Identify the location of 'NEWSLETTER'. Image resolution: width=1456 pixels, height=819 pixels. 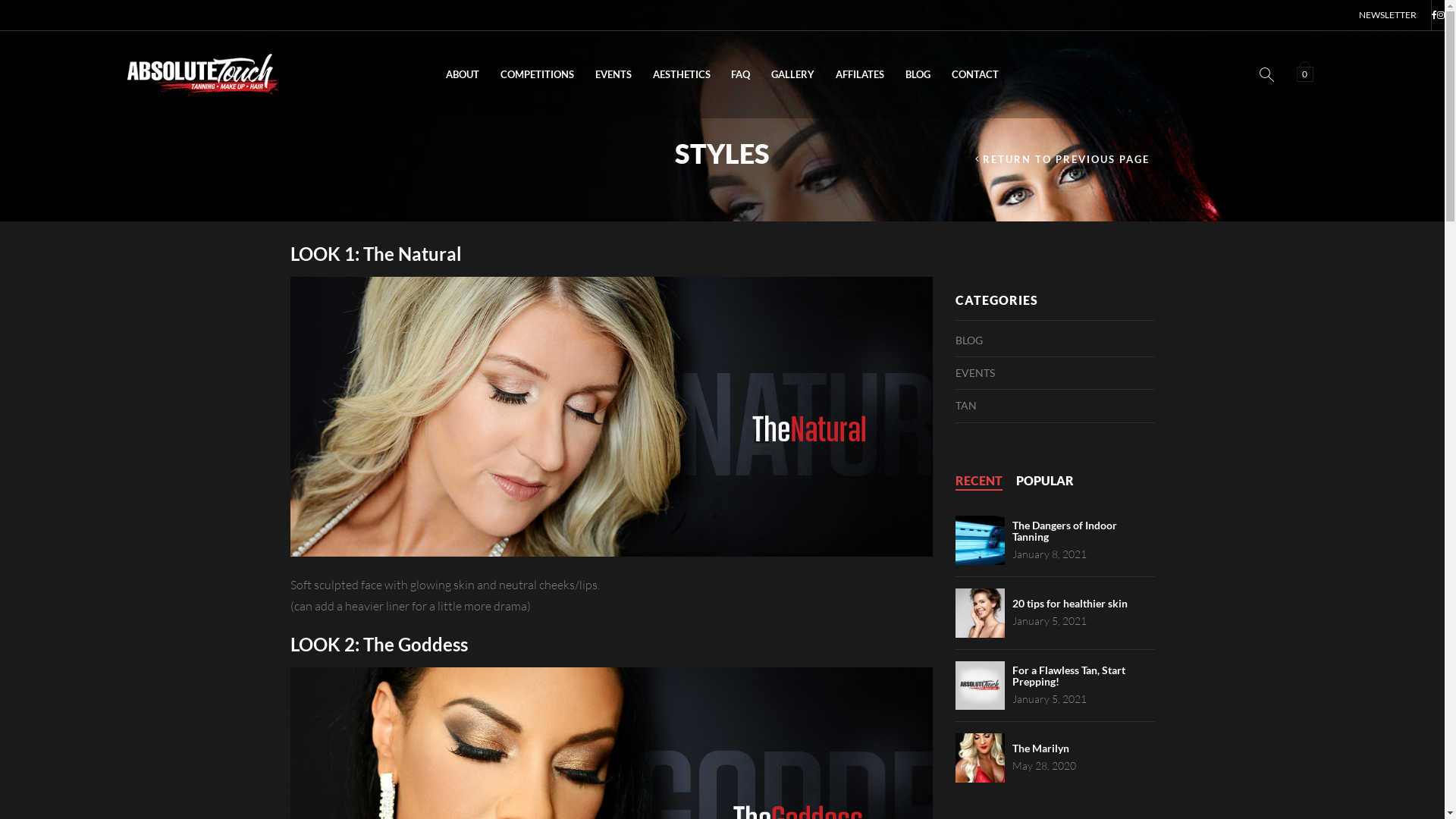
(1387, 14).